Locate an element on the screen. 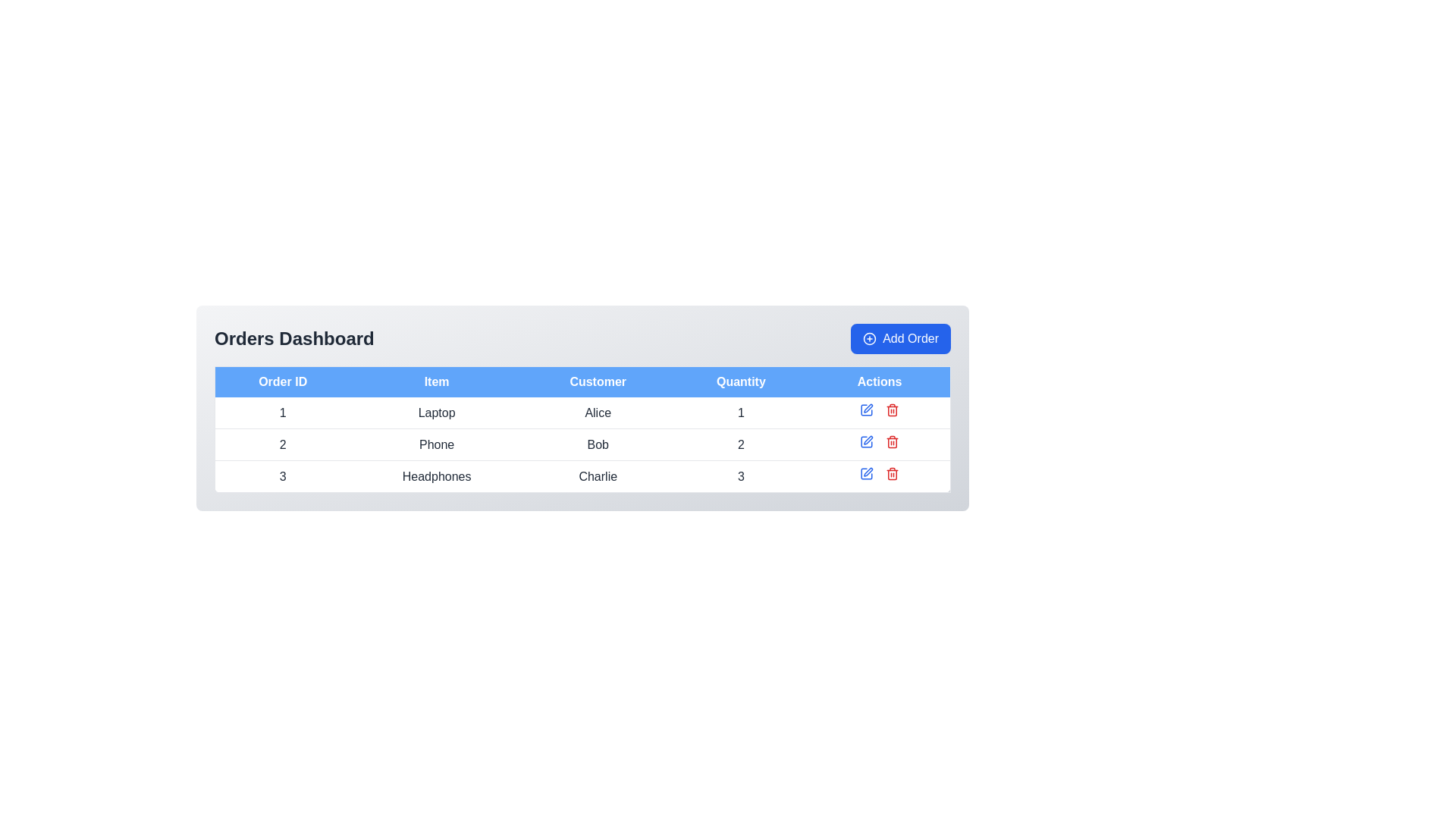 Image resolution: width=1456 pixels, height=819 pixels. the text label displaying the numeral '3' in bold, dark font located in the fourth column of the third row within the 'Orders Dashboard' table is located at coordinates (741, 475).